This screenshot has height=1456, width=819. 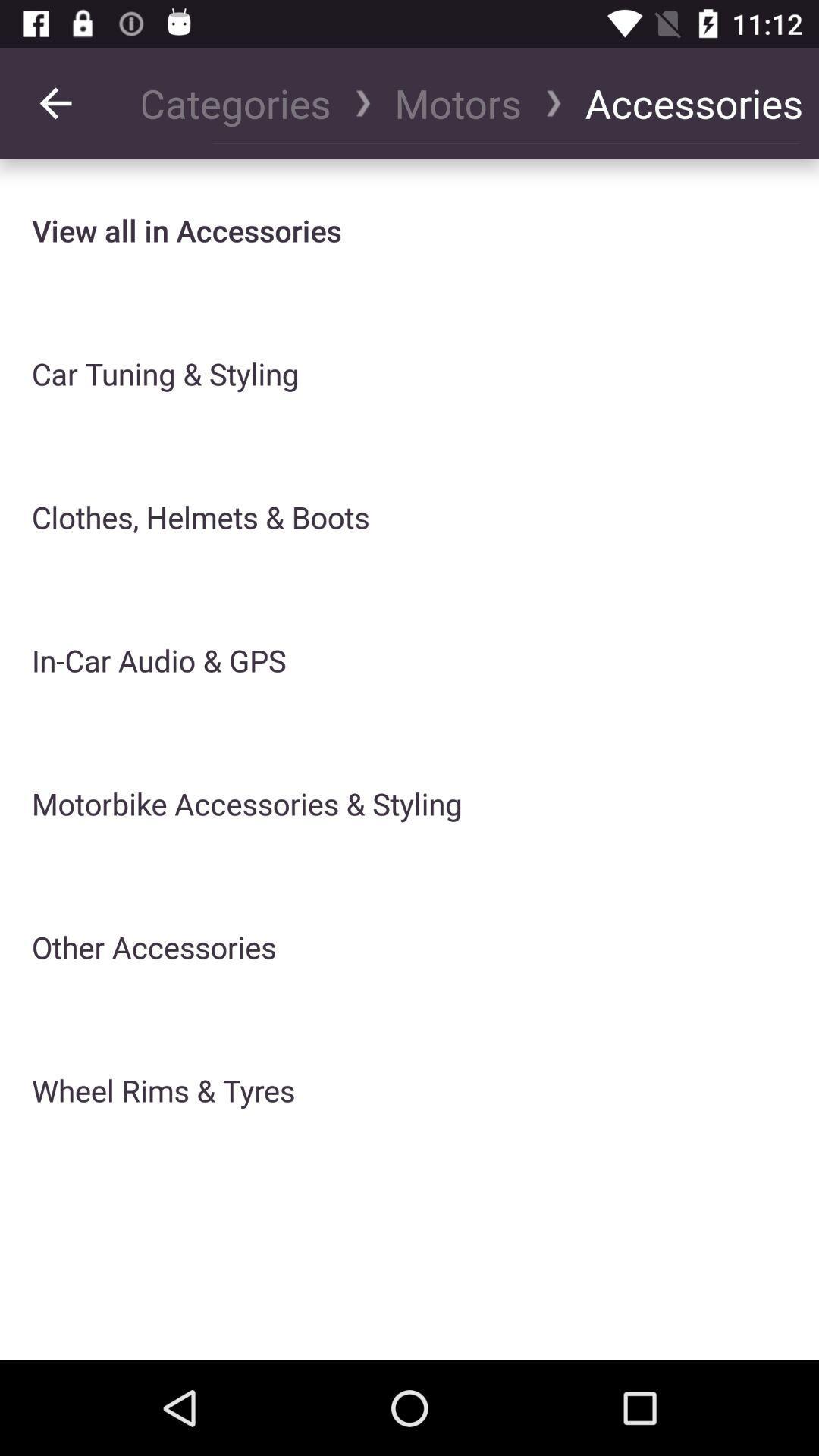 I want to click on the view all in icon, so click(x=186, y=230).